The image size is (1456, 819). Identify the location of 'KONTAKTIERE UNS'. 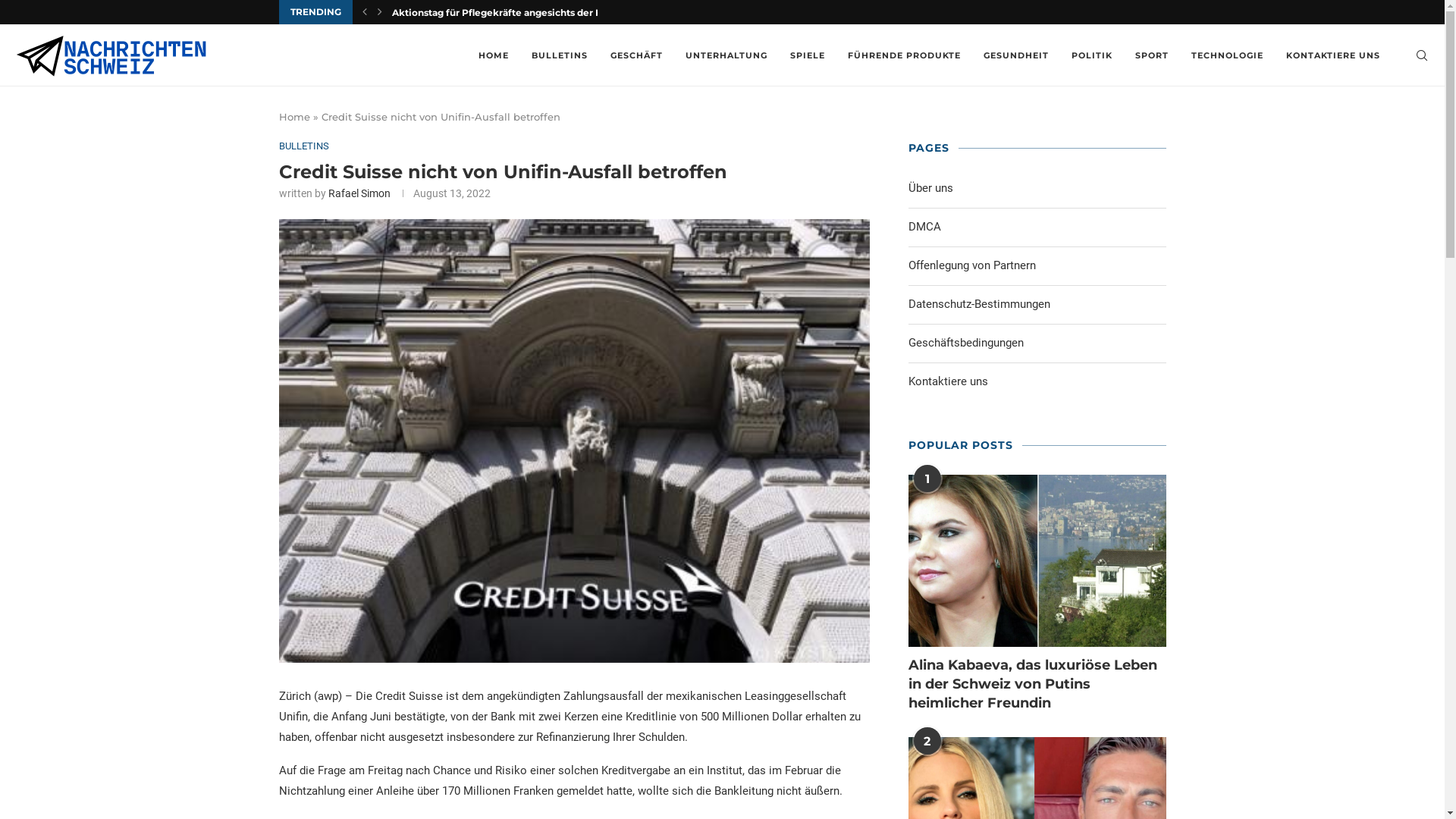
(1332, 55).